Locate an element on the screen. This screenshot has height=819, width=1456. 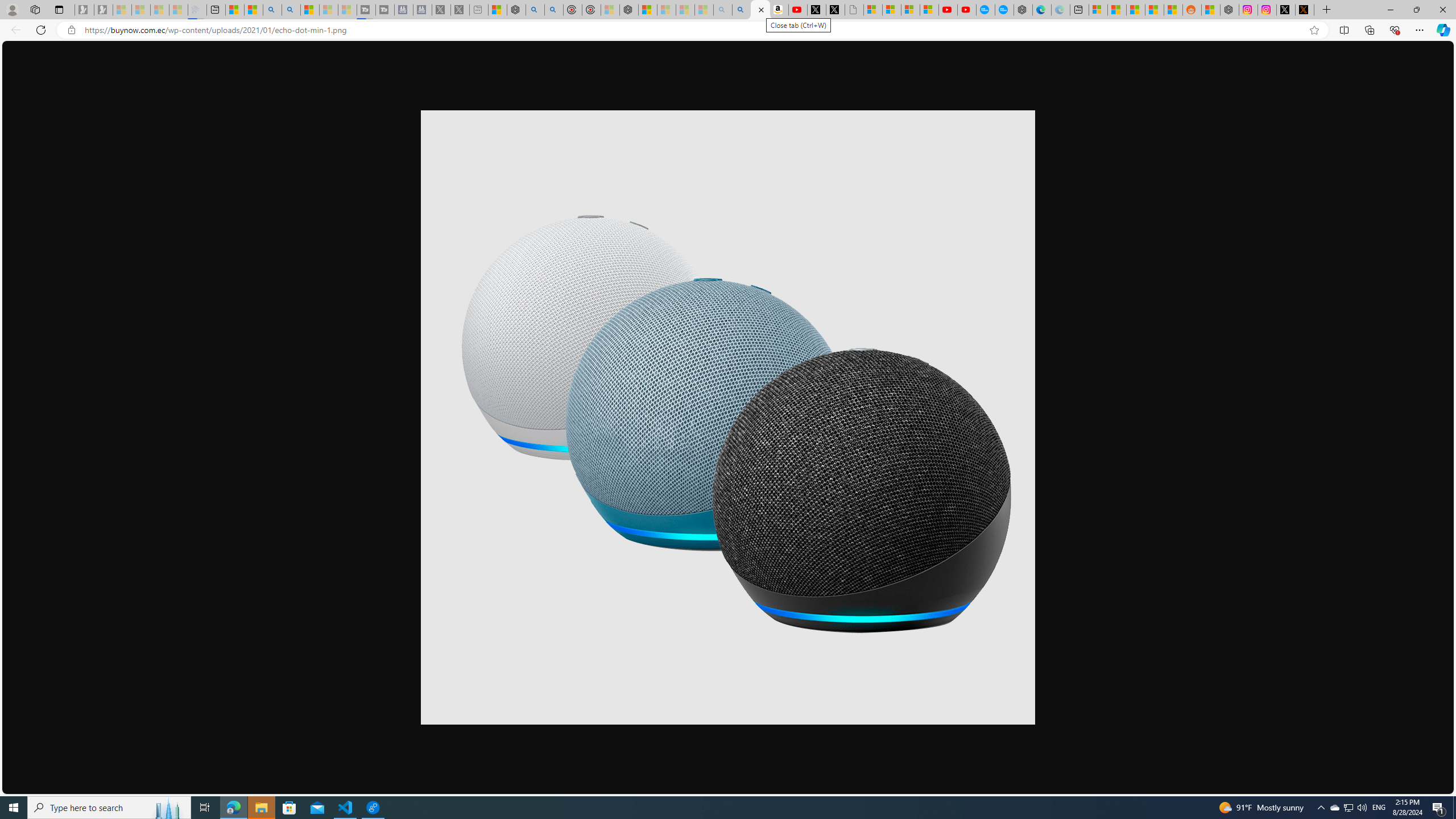
'Microsoft account | Microsoft Account Privacy Settings' is located at coordinates (1098, 9).